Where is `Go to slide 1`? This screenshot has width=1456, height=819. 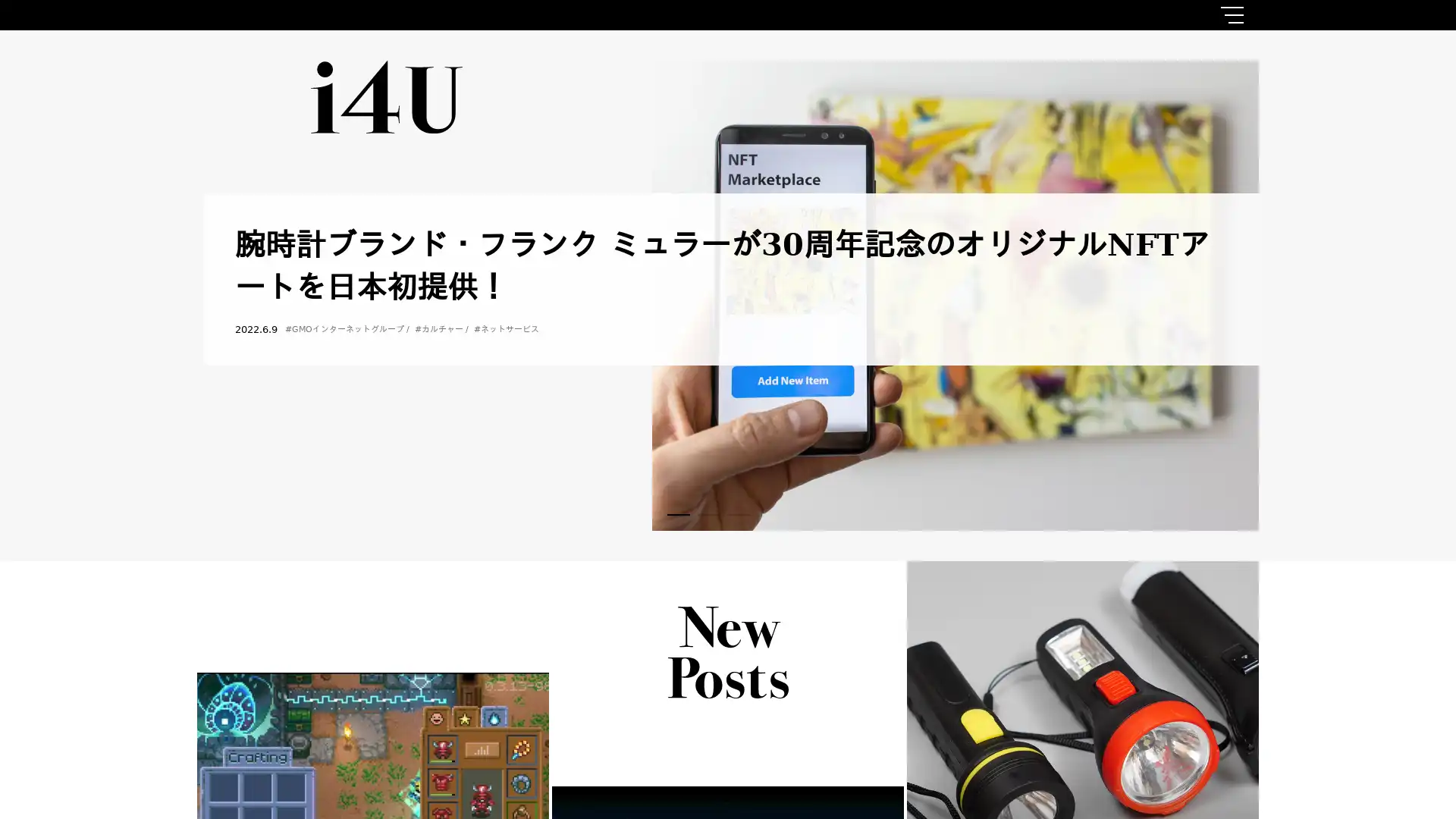
Go to slide 1 is located at coordinates (677, 513).